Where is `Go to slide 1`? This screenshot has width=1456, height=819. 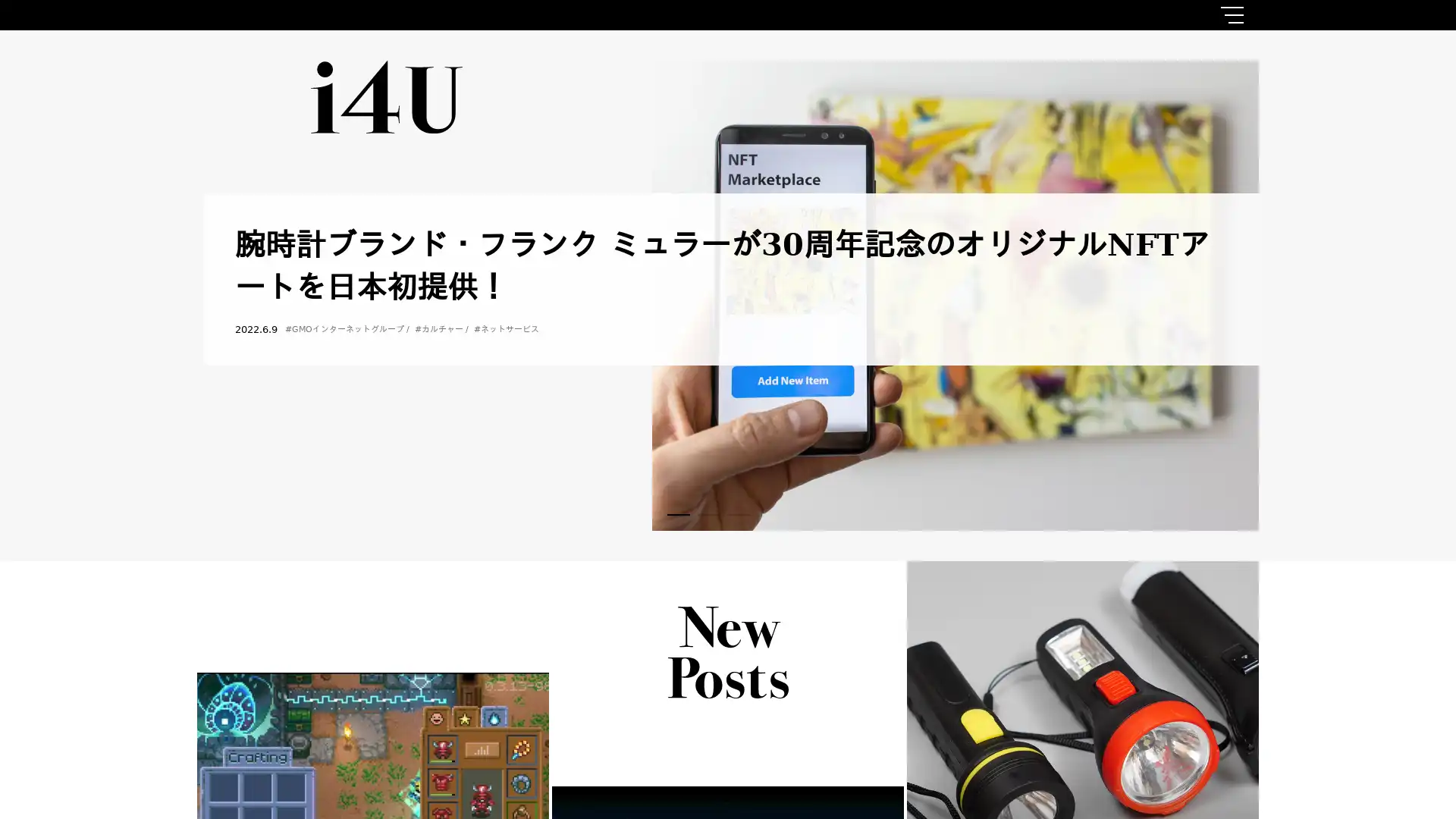
Go to slide 1 is located at coordinates (677, 513).